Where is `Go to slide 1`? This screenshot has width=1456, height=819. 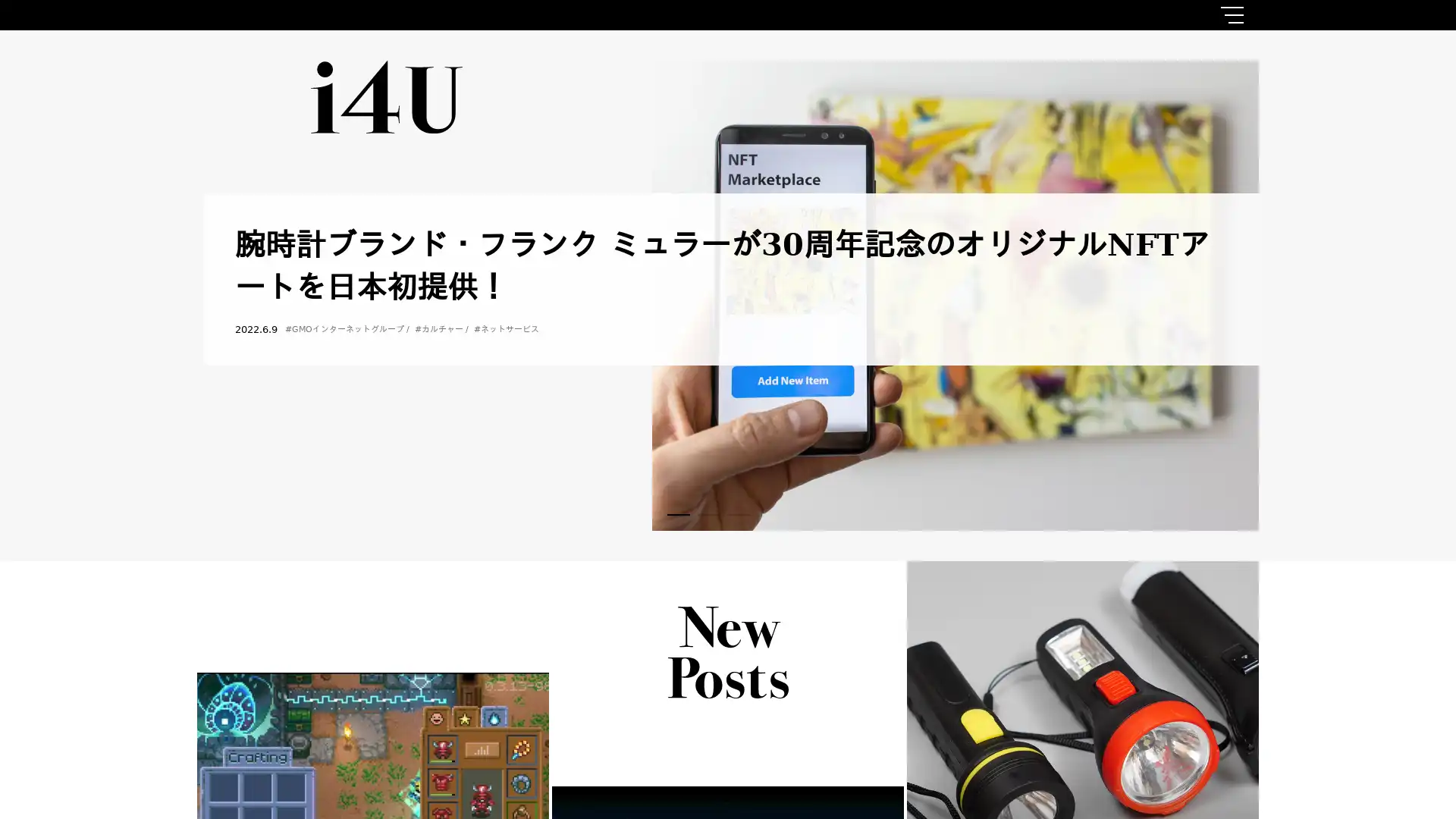
Go to slide 1 is located at coordinates (677, 513).